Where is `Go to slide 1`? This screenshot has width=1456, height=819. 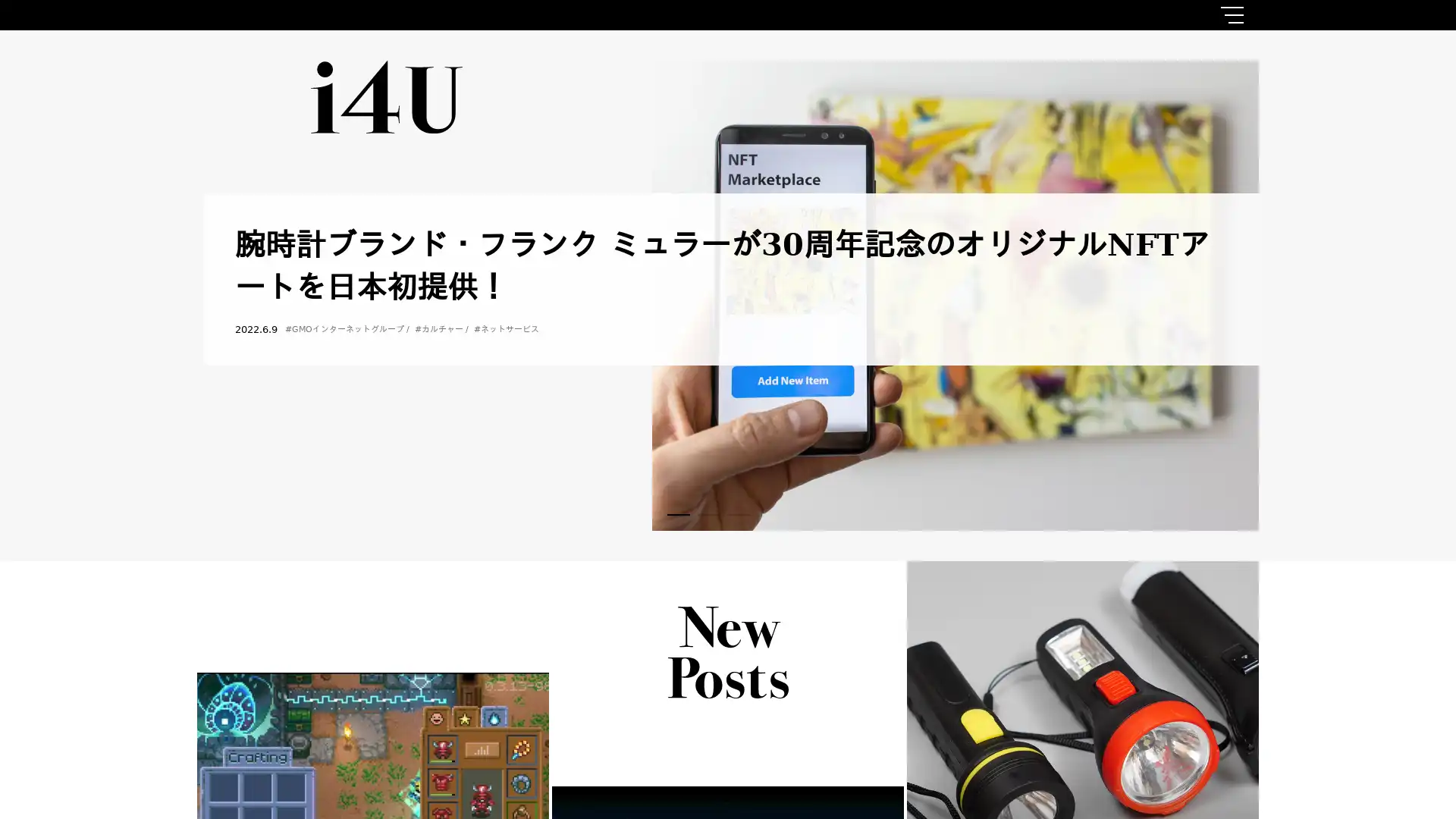
Go to slide 1 is located at coordinates (677, 513).